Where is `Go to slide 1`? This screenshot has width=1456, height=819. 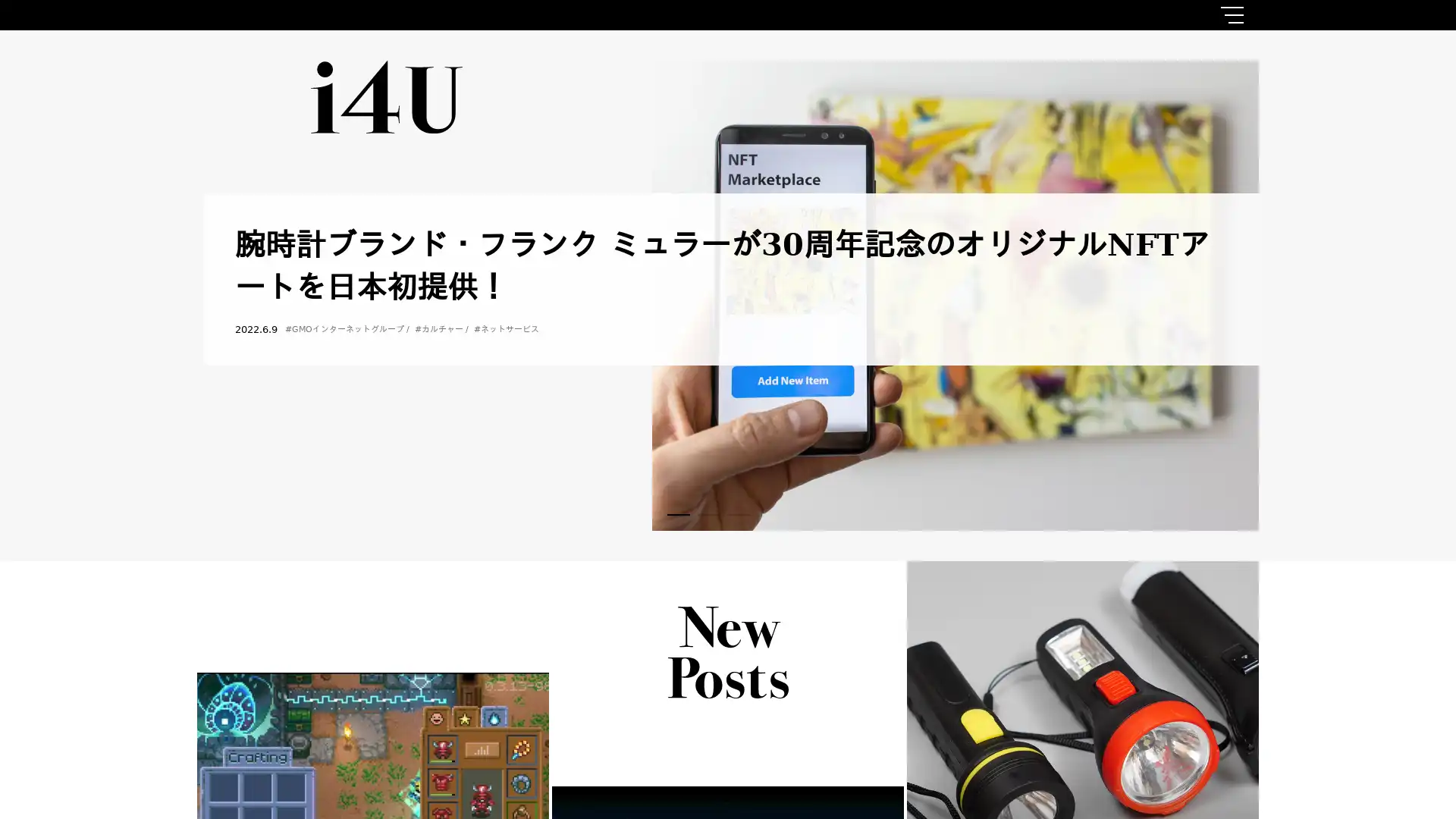
Go to slide 1 is located at coordinates (677, 513).